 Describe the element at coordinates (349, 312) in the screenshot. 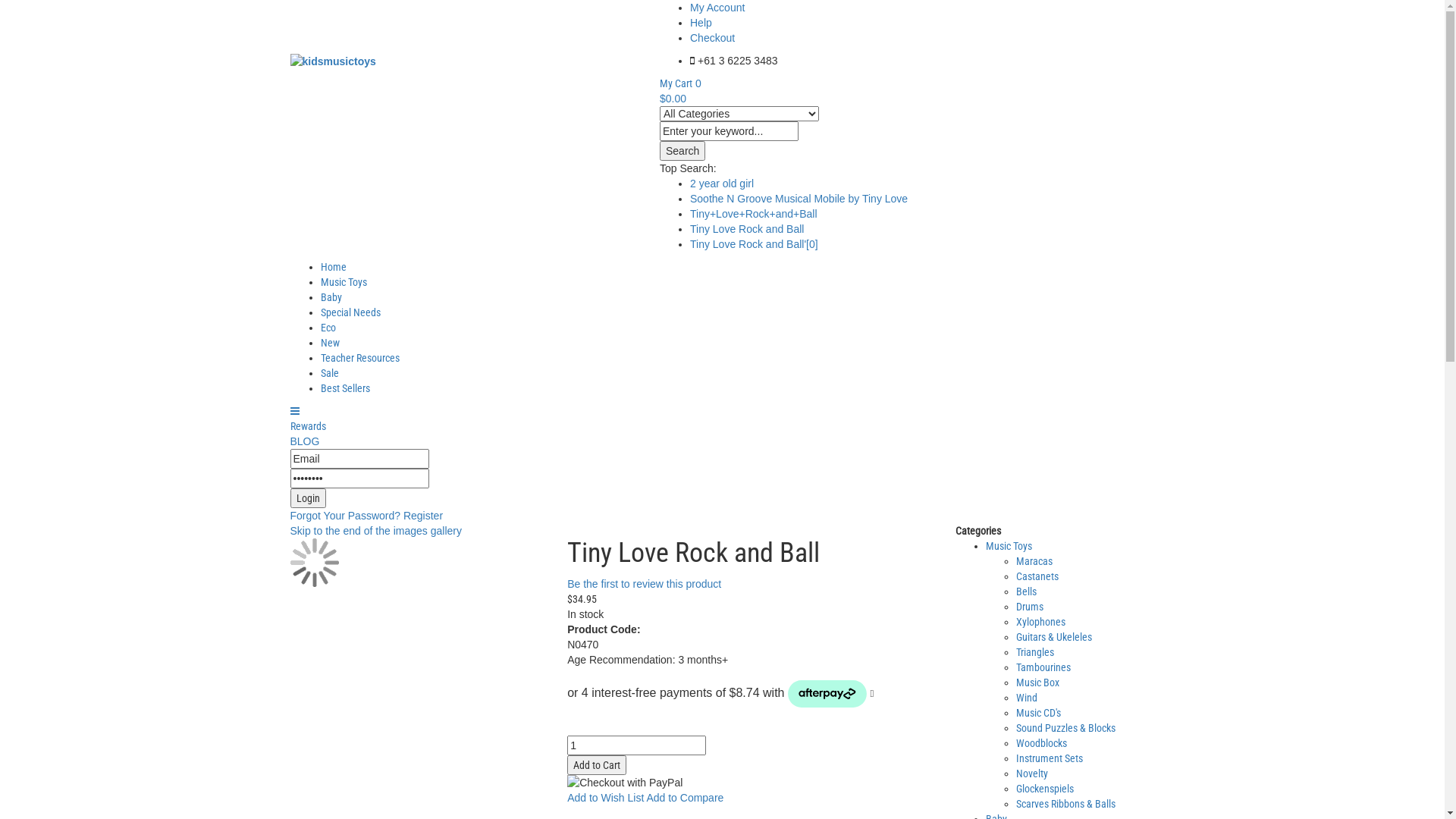

I see `'Special Needs'` at that location.